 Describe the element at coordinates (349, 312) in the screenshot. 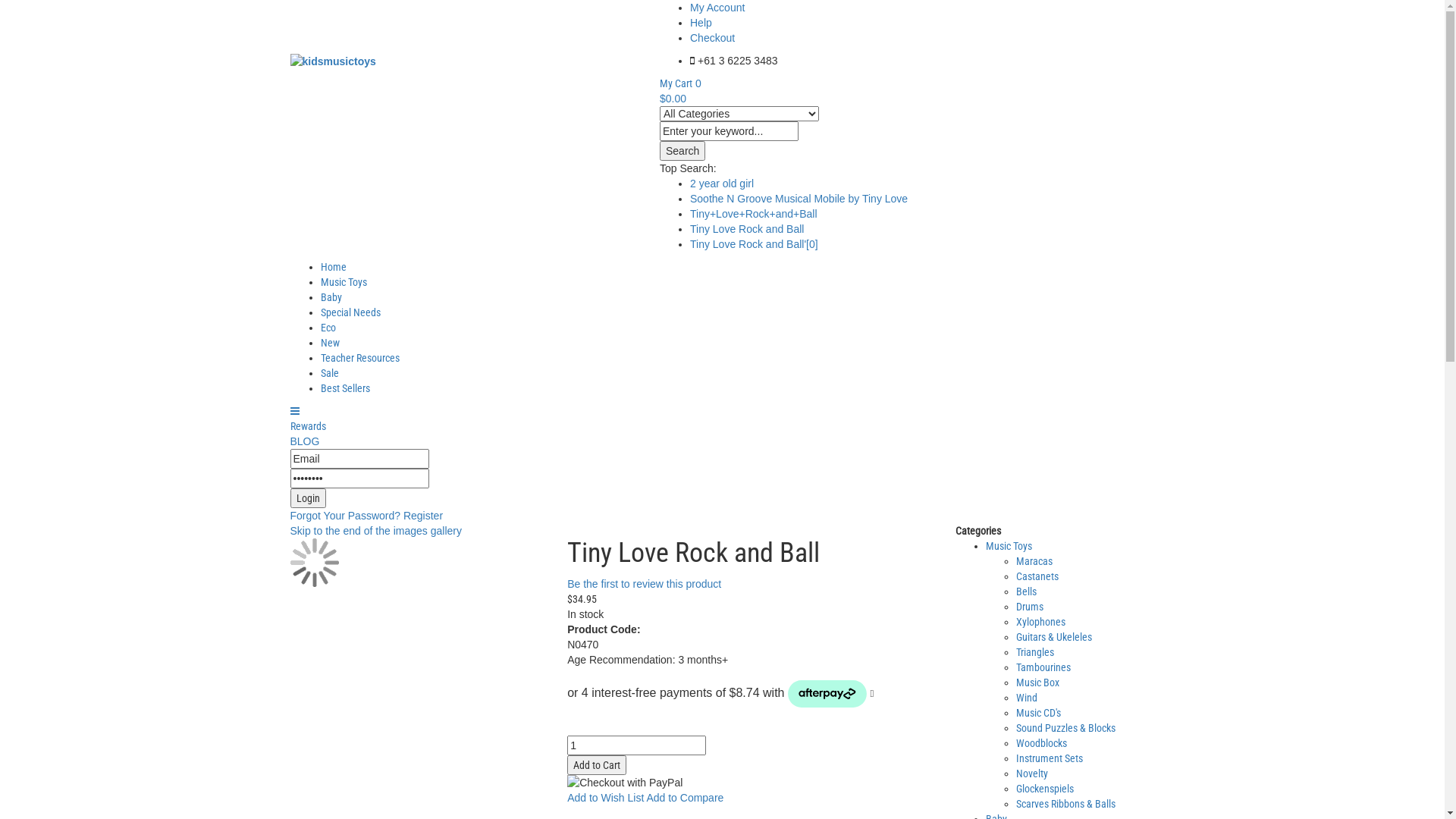

I see `'Special Needs'` at that location.